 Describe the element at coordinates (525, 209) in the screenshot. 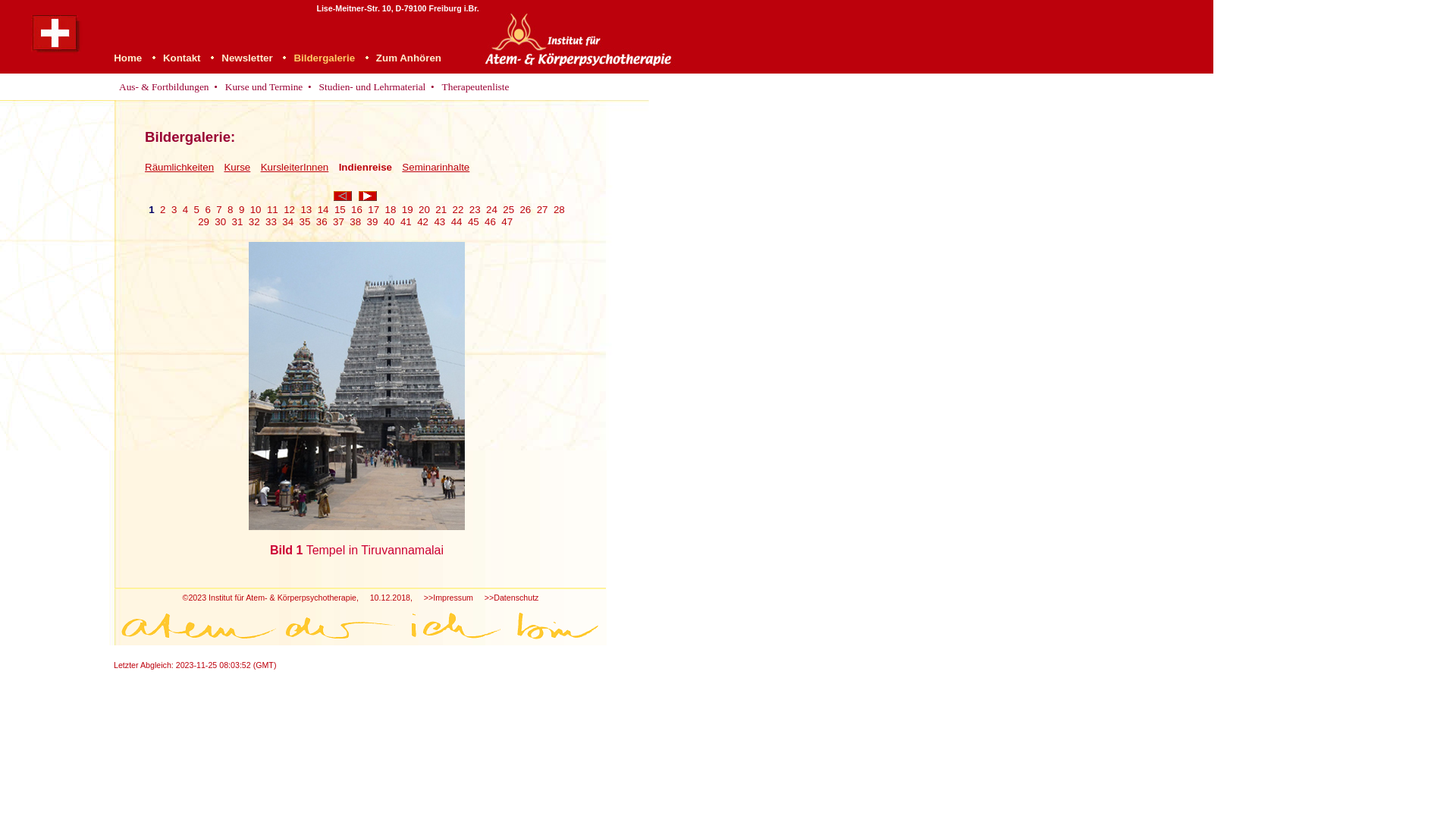

I see `'26'` at that location.